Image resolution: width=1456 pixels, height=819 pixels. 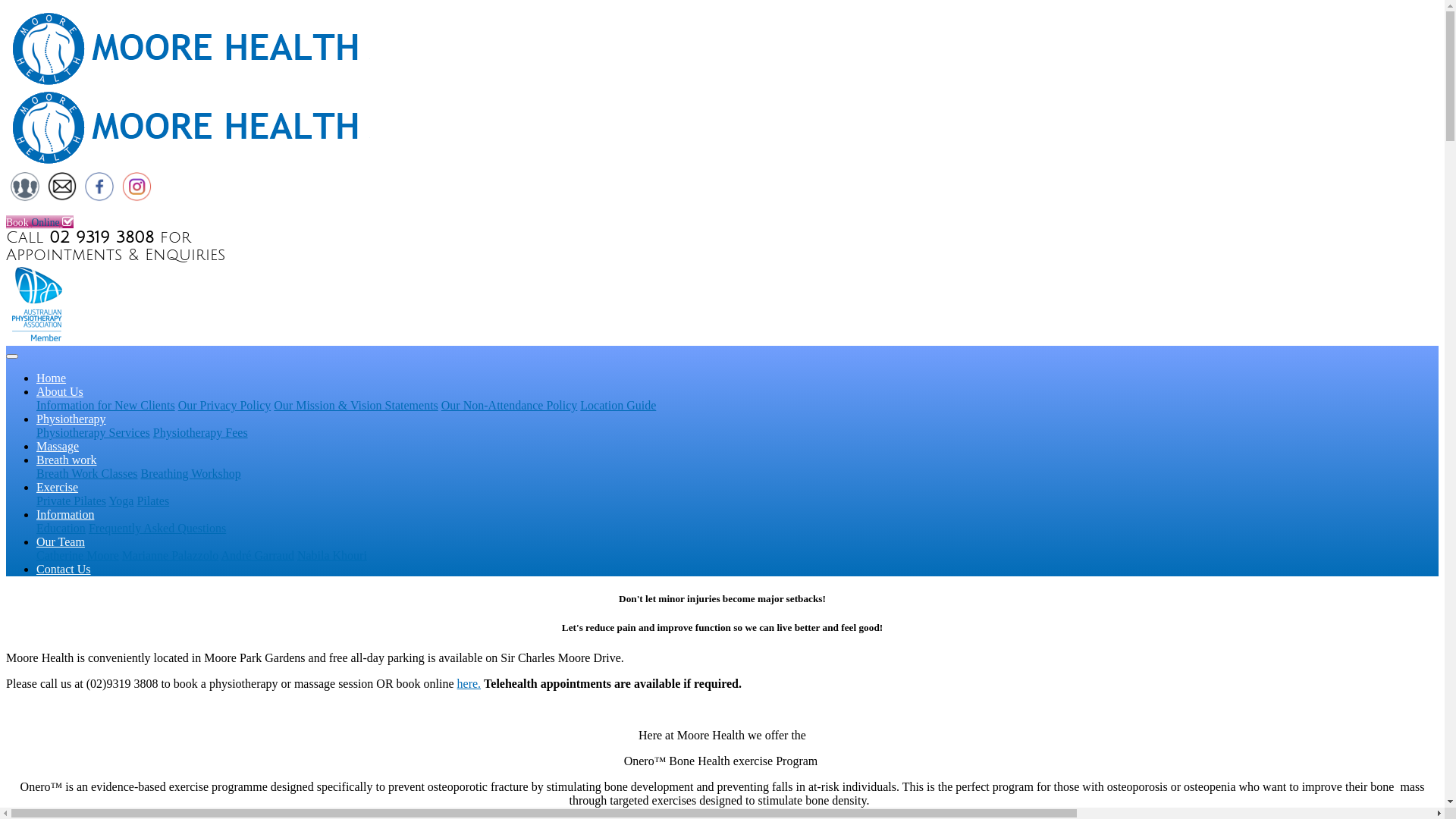 I want to click on 'Exercise', so click(x=57, y=487).